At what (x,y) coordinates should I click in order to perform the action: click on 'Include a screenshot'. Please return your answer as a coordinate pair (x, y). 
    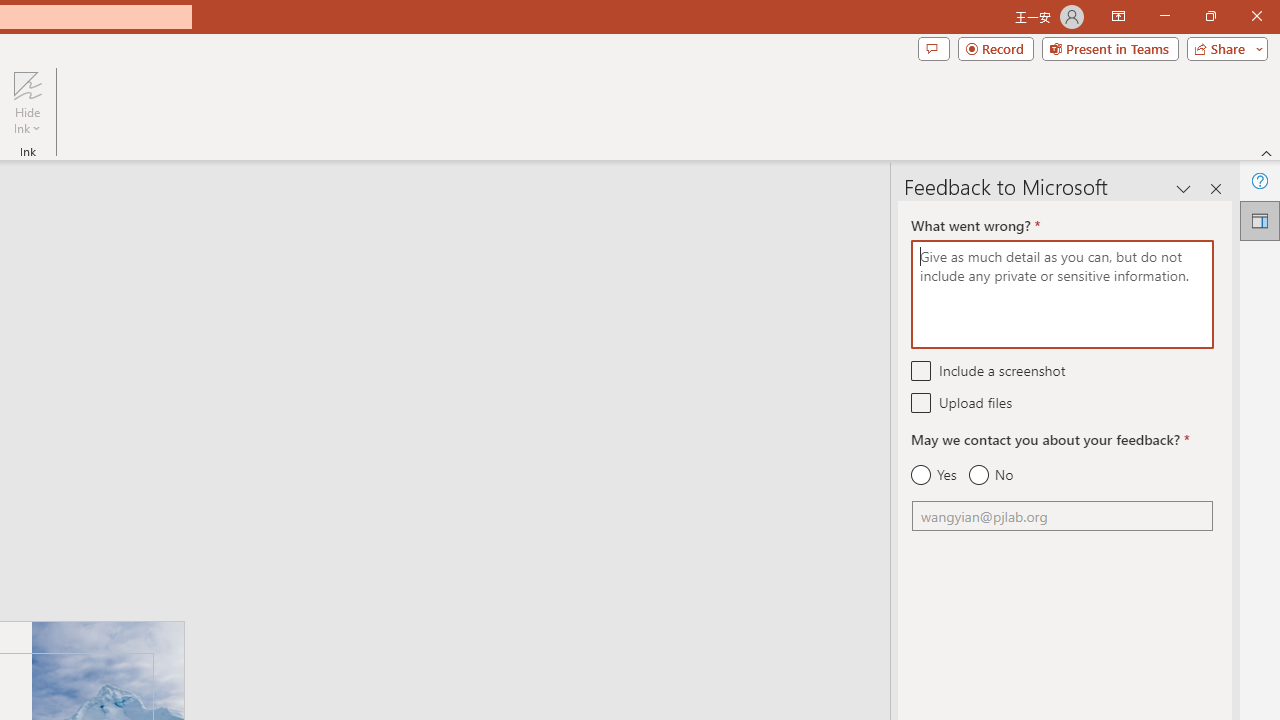
    Looking at the image, I should click on (920, 370).